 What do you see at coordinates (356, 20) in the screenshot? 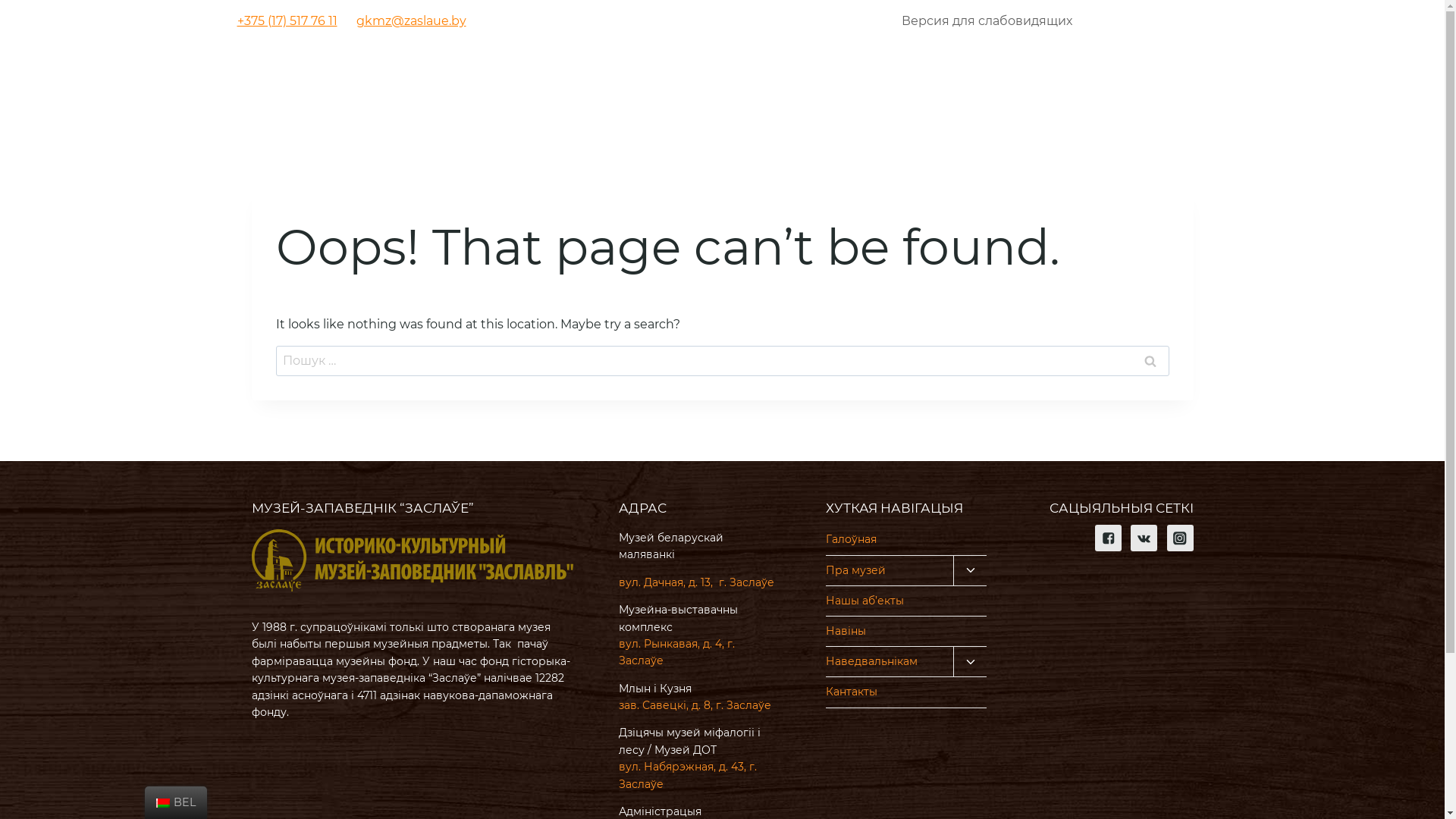
I see `'gkmz@zaslaue.by'` at bounding box center [356, 20].